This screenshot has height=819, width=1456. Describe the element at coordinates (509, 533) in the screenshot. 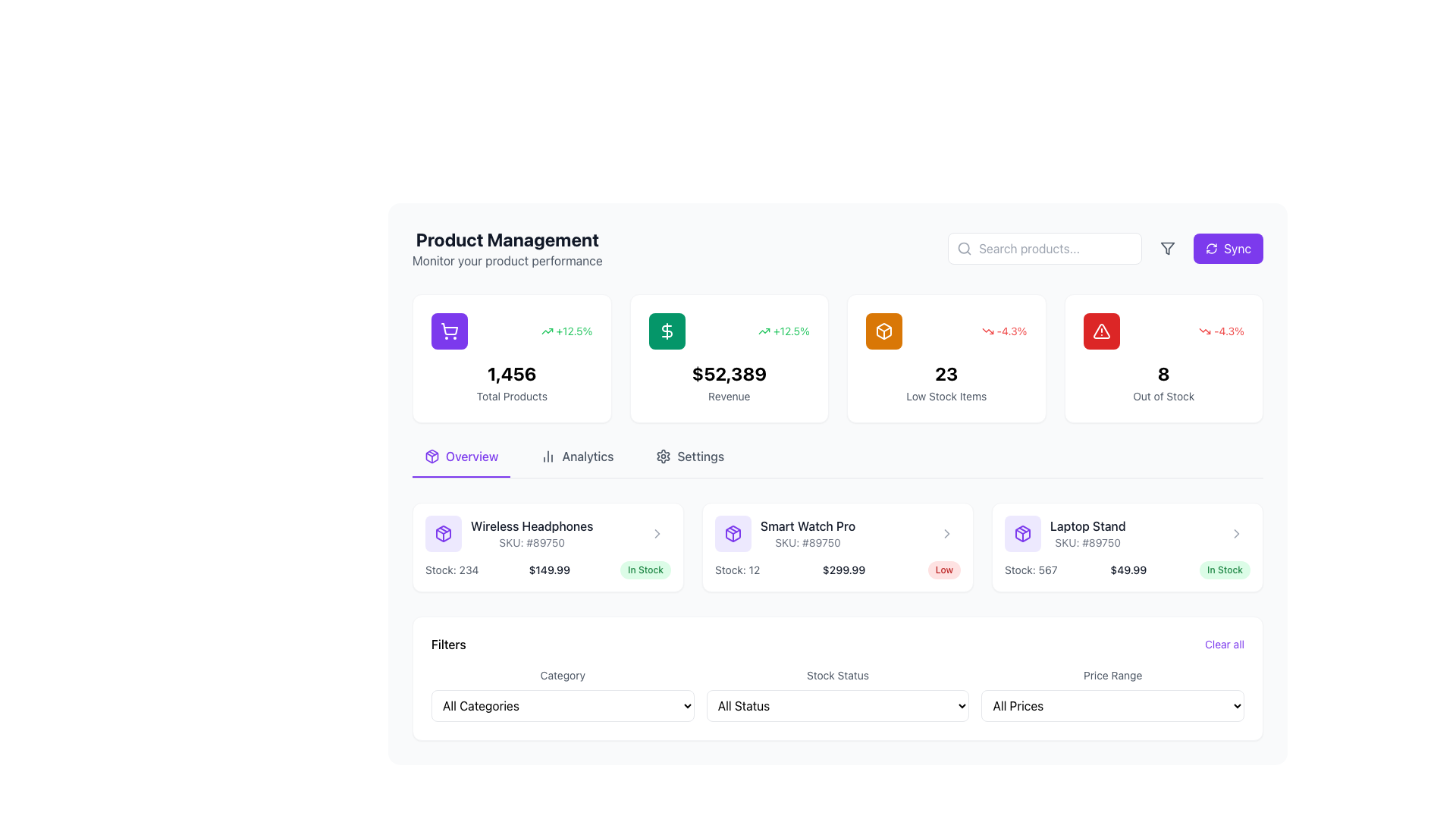

I see `text block displaying the product name 'Wireless Headphones' and its SKU, located to the right of the violet box icon in the 'Overview' section of the product card` at that location.